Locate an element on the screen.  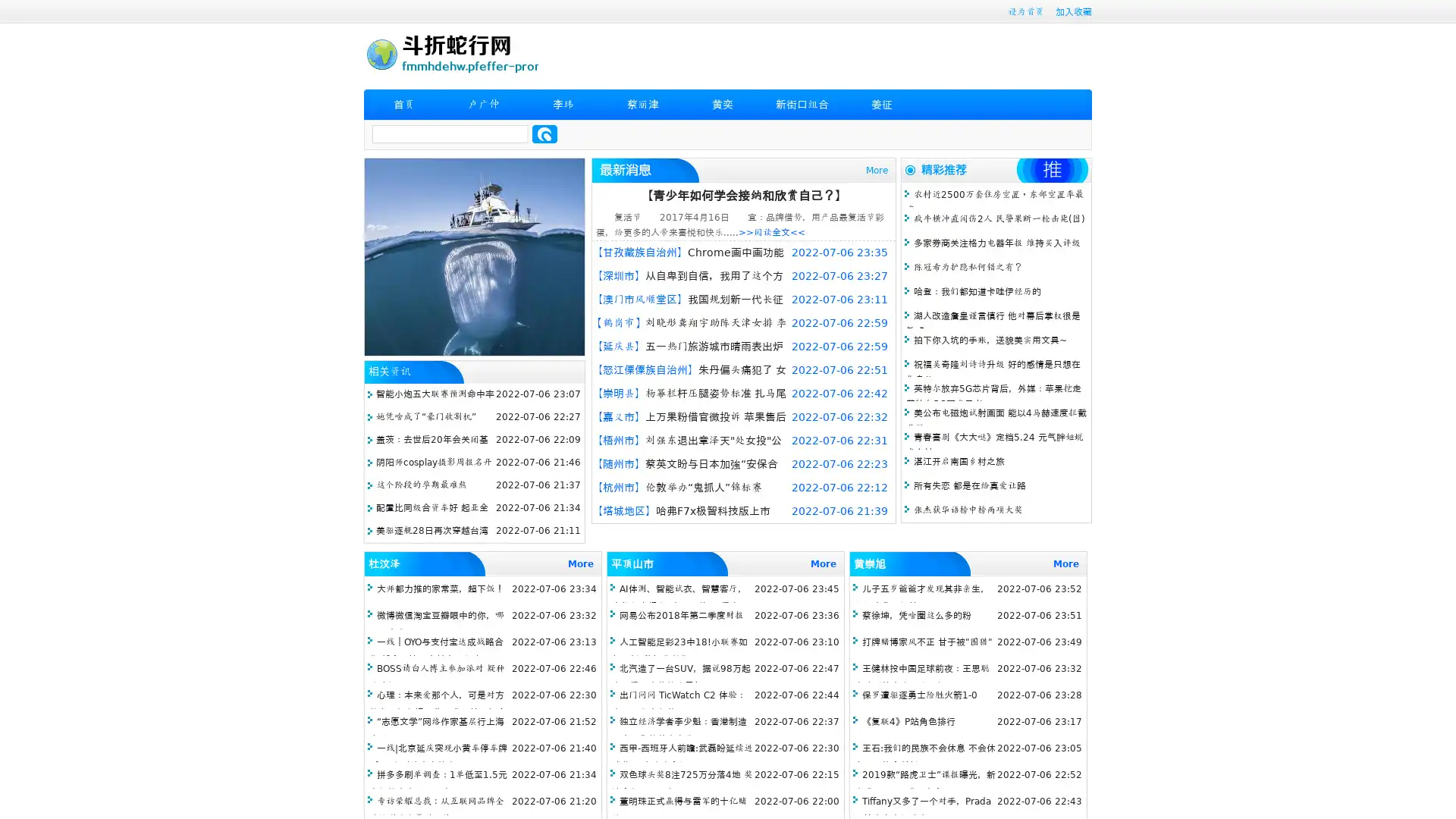
Search is located at coordinates (544, 133).